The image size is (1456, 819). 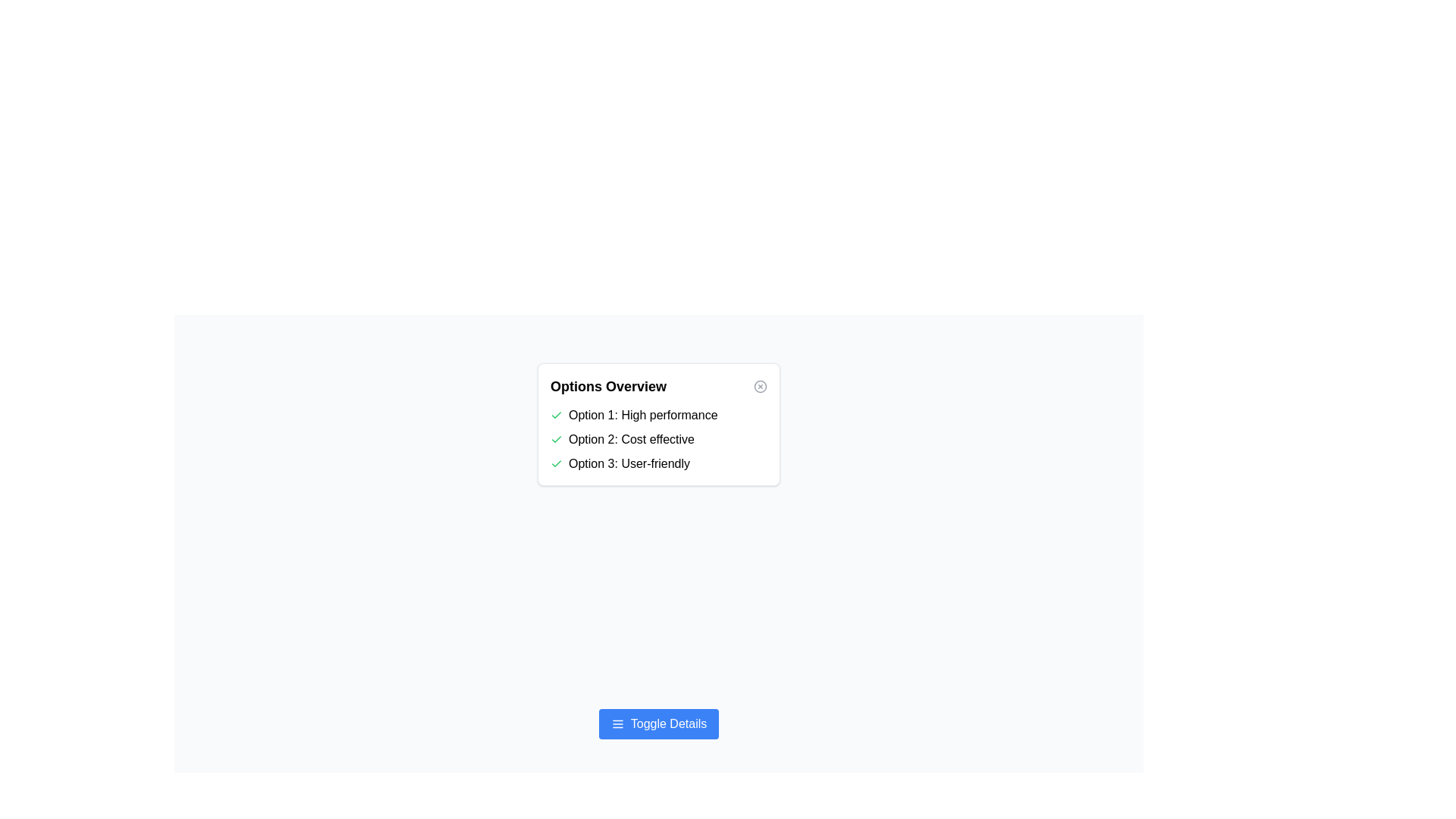 What do you see at coordinates (556, 439) in the screenshot?
I see `the green checkmark icon styled with a rounded line, positioned to the left of the text 'Option 2: Cost effective' in the list of options` at bounding box center [556, 439].